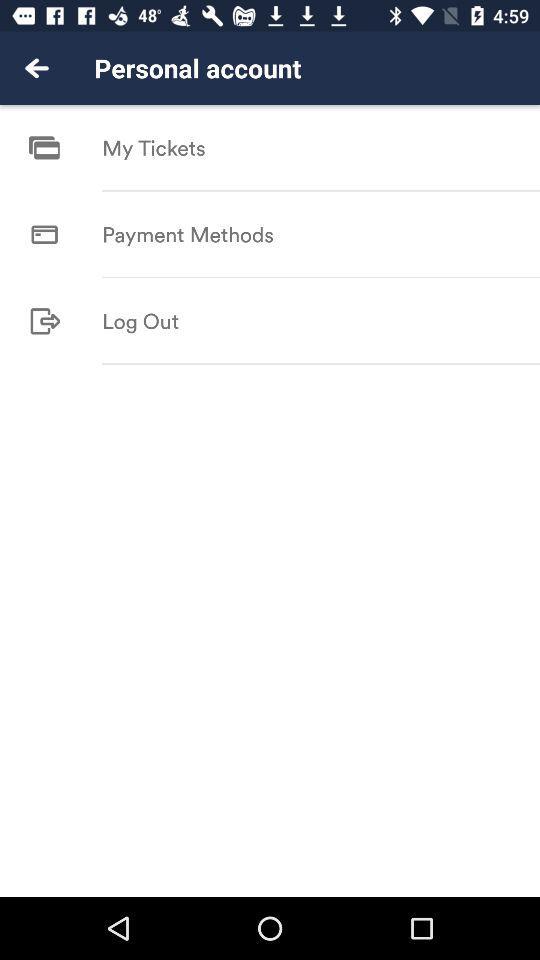 The height and width of the screenshot is (960, 540). What do you see at coordinates (139, 321) in the screenshot?
I see `log out icon` at bounding box center [139, 321].